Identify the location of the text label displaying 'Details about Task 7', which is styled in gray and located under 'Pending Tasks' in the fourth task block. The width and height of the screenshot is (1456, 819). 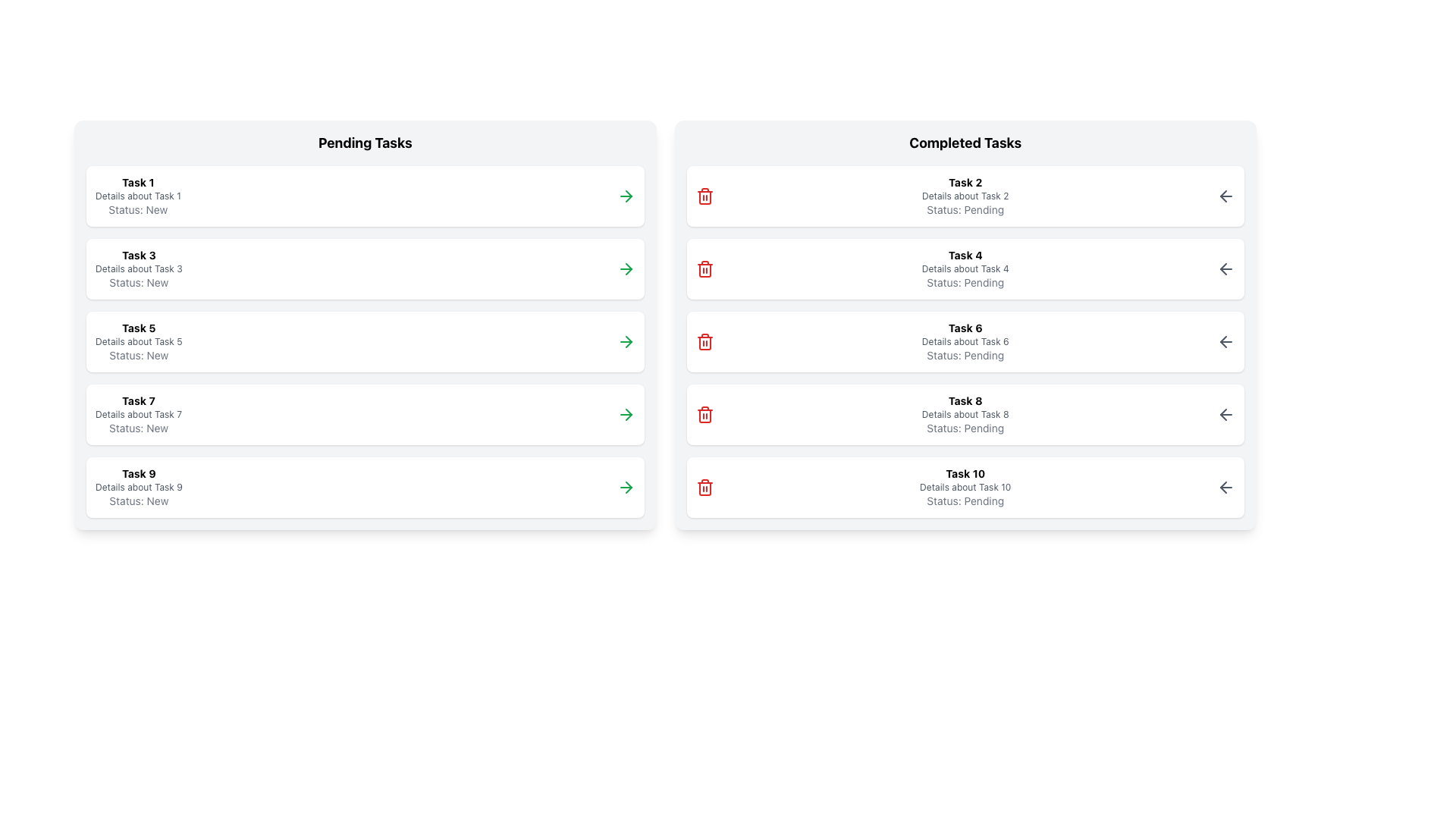
(138, 415).